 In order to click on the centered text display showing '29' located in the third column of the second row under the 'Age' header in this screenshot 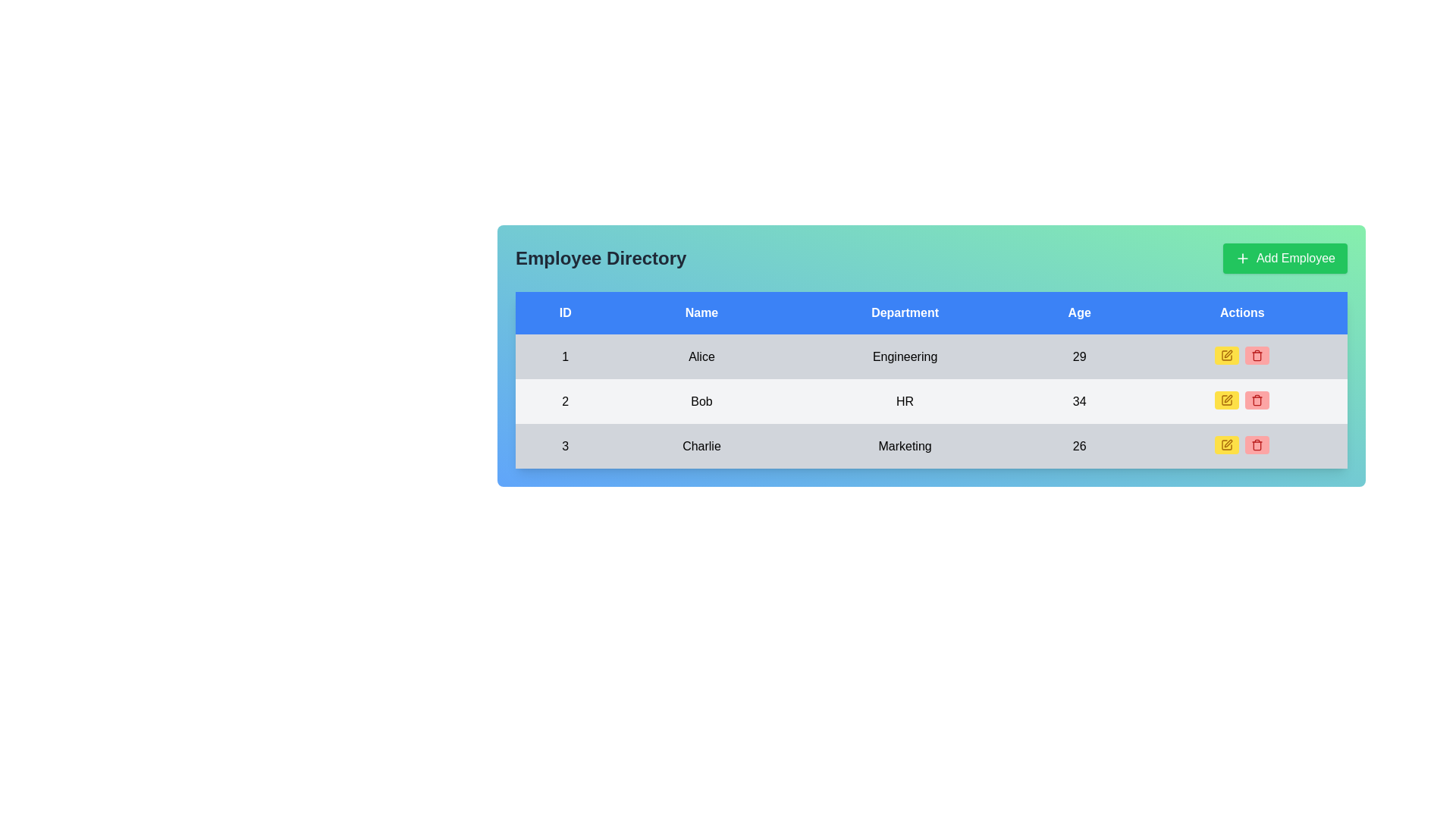, I will do `click(1078, 356)`.